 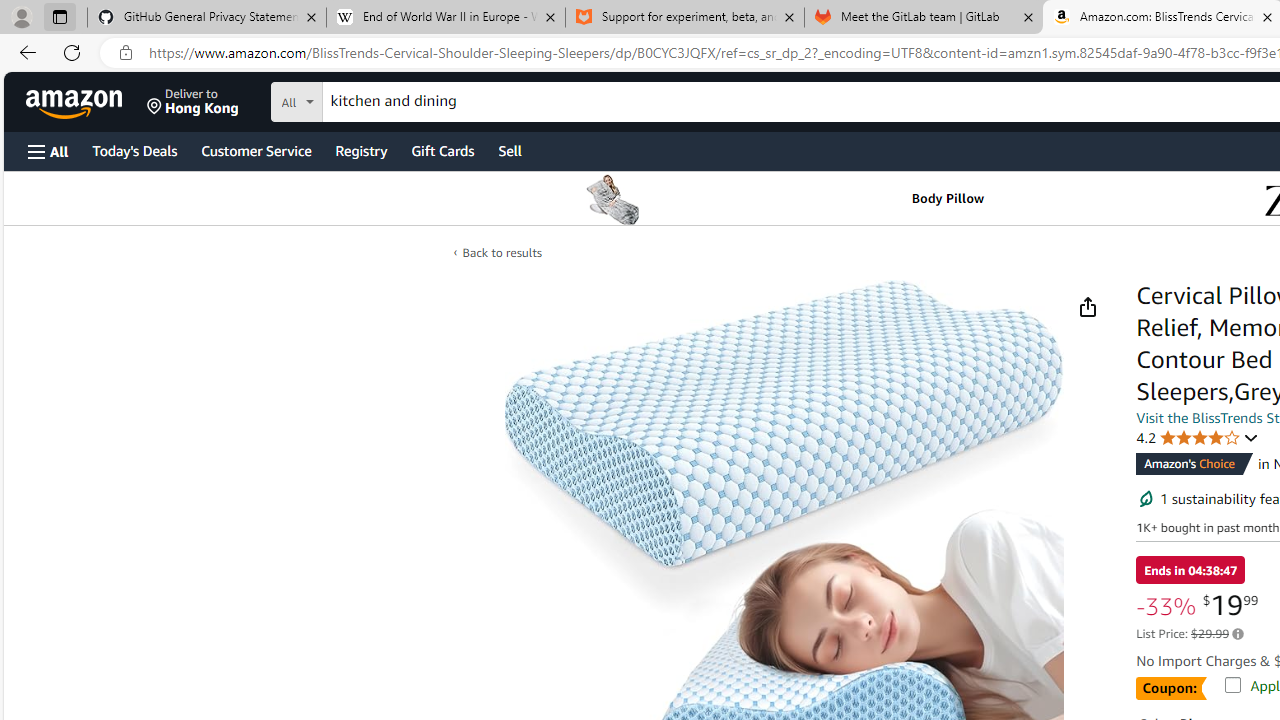 What do you see at coordinates (76, 101) in the screenshot?
I see `'Amazon'` at bounding box center [76, 101].